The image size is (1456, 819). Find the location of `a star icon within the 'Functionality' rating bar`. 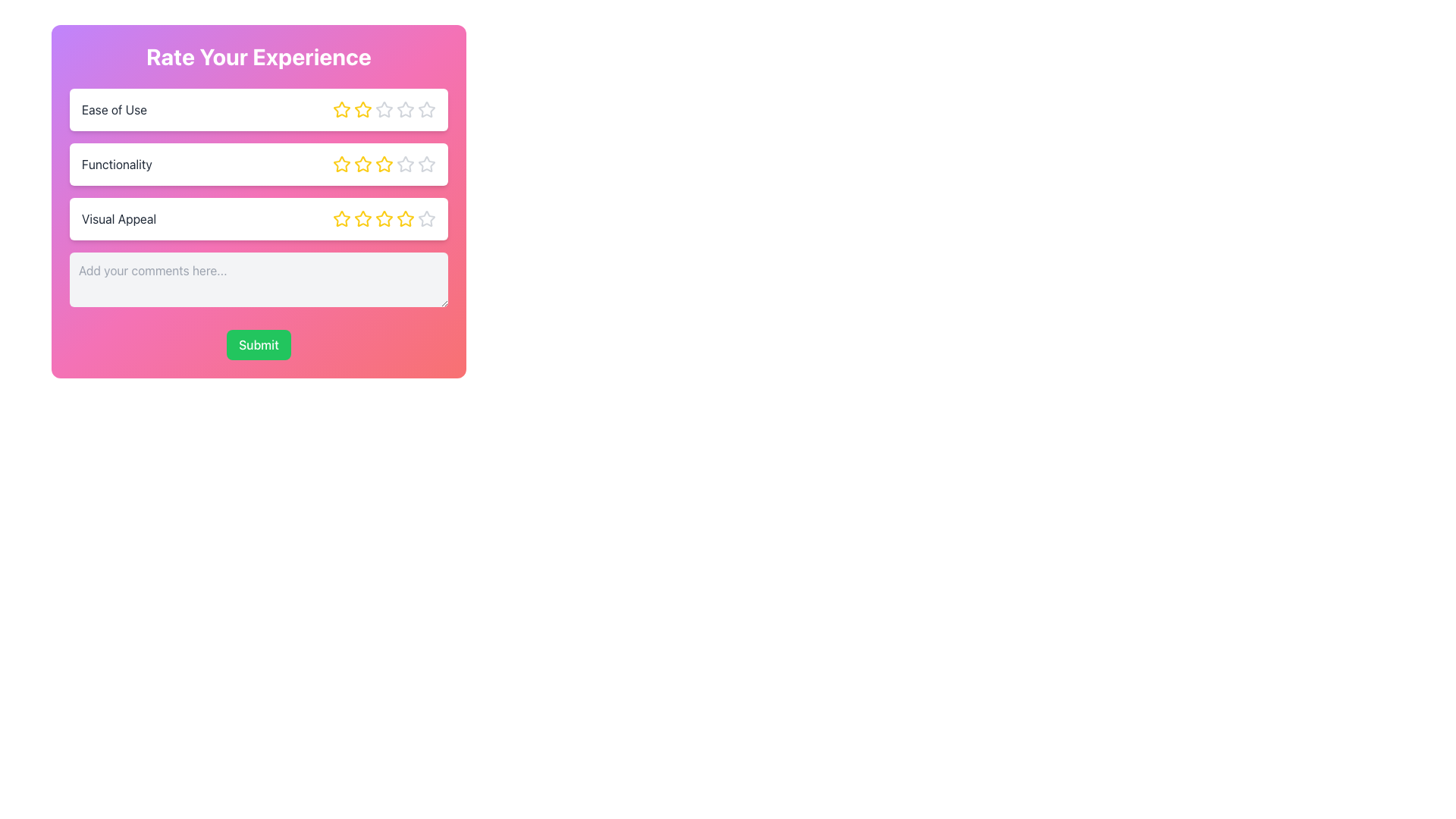

a star icon within the 'Functionality' rating bar is located at coordinates (259, 164).